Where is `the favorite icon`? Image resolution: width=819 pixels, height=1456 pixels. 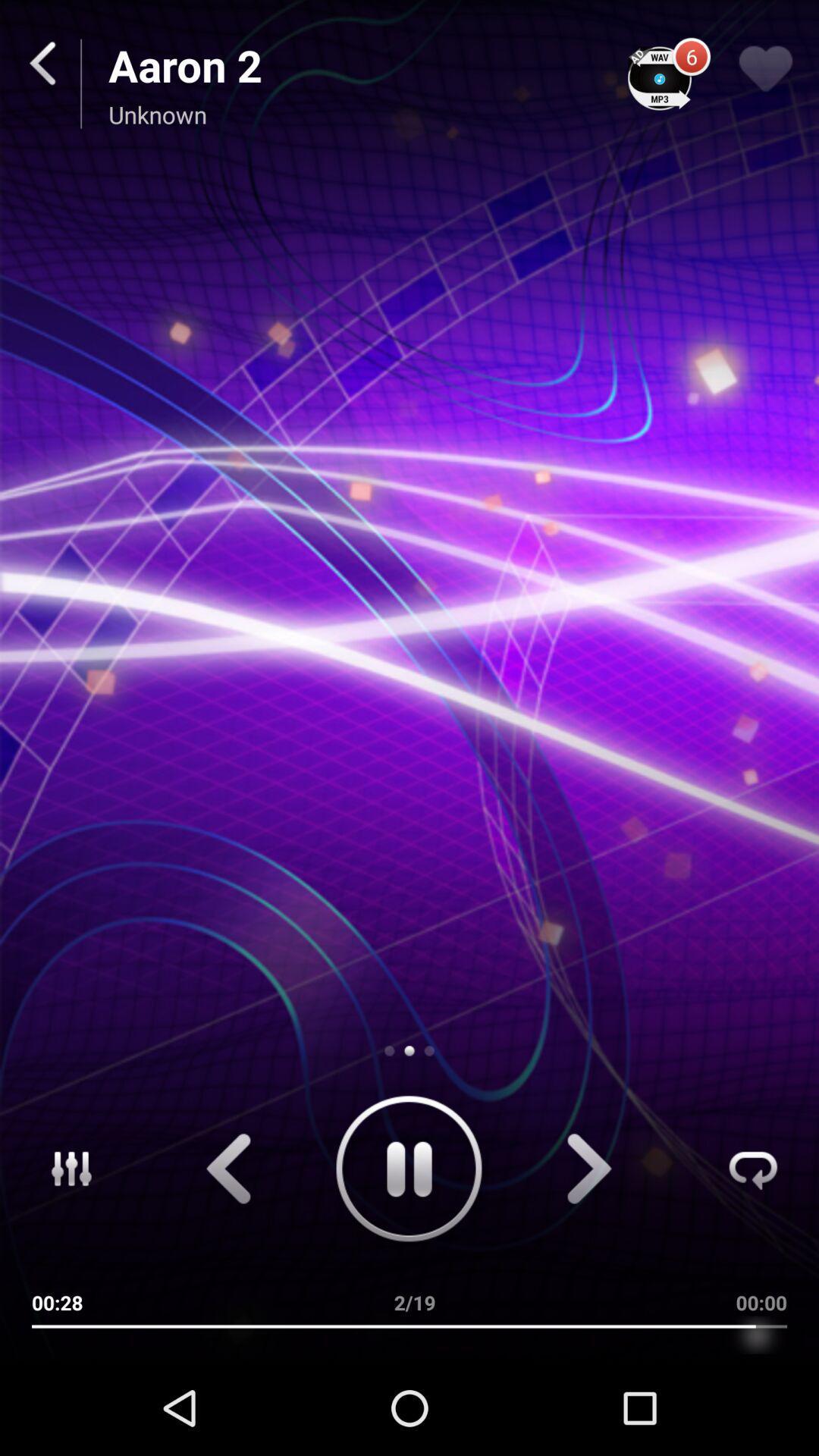
the favorite icon is located at coordinates (765, 78).